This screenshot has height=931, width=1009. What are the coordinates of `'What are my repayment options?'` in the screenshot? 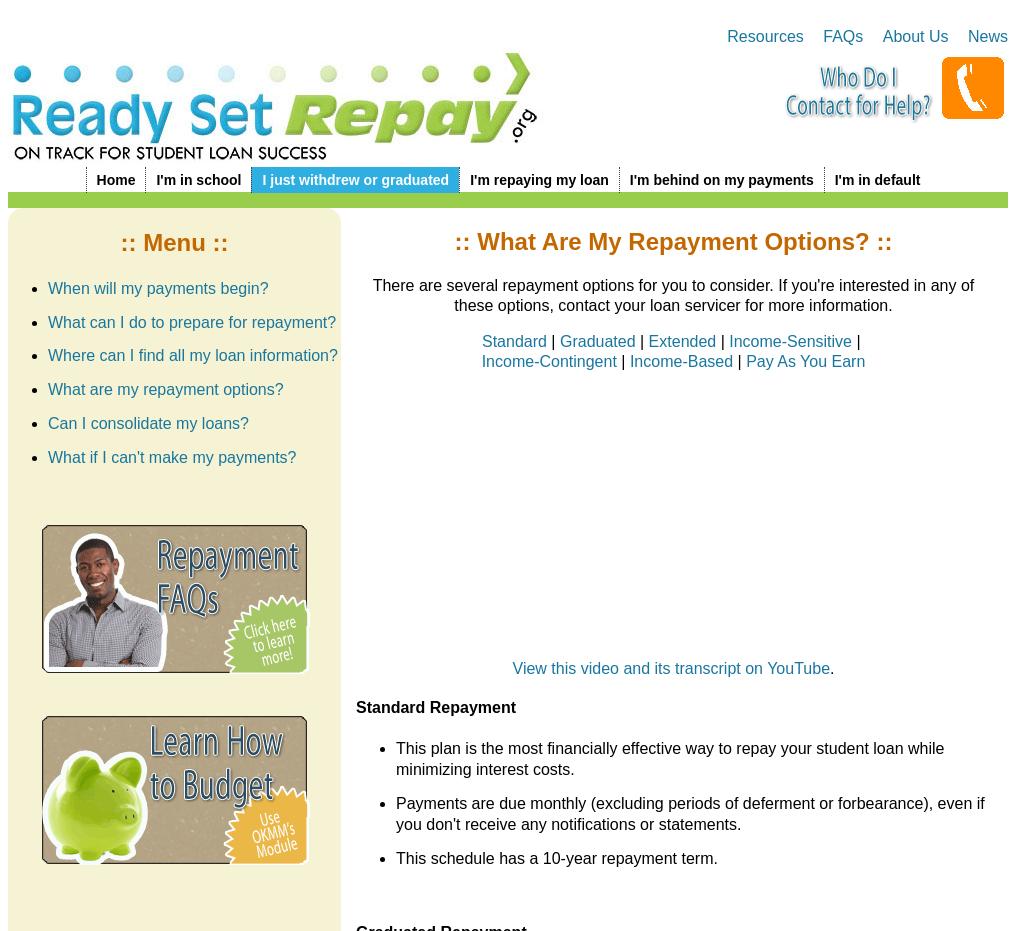 It's located at (164, 389).